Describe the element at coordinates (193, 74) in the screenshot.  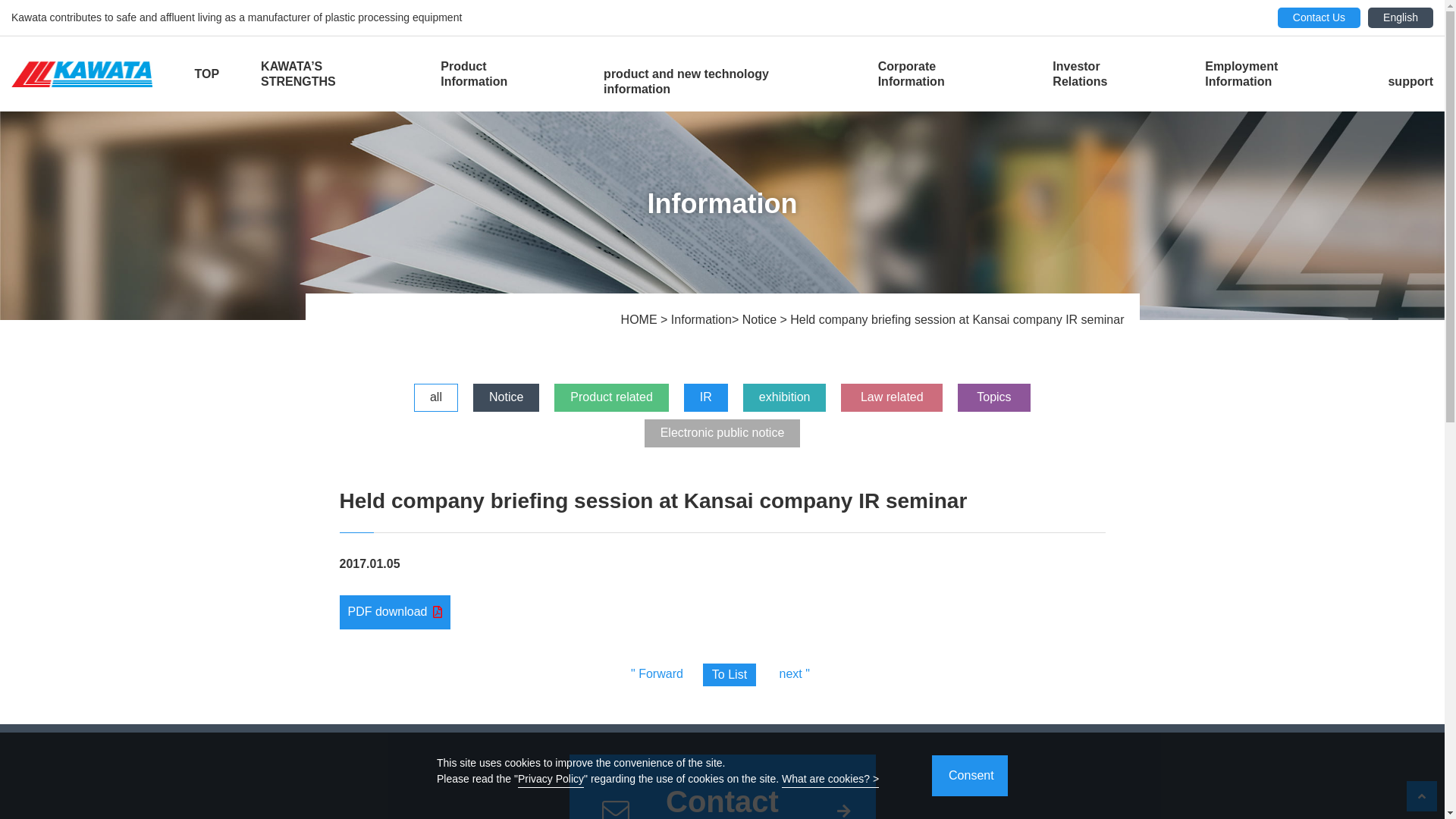
I see `'TOP'` at that location.